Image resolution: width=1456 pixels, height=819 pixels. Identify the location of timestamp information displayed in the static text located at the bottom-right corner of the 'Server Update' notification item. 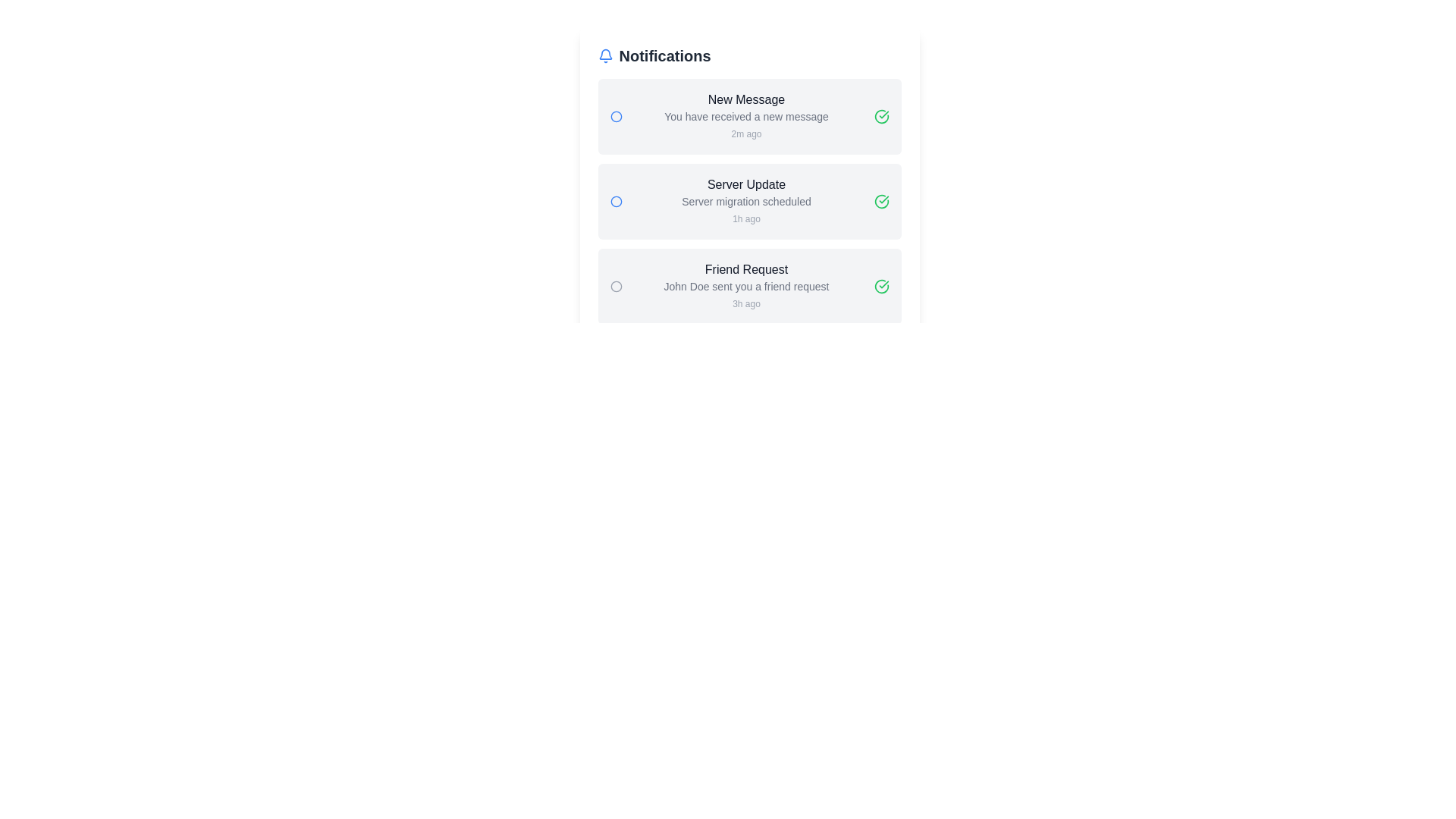
(746, 219).